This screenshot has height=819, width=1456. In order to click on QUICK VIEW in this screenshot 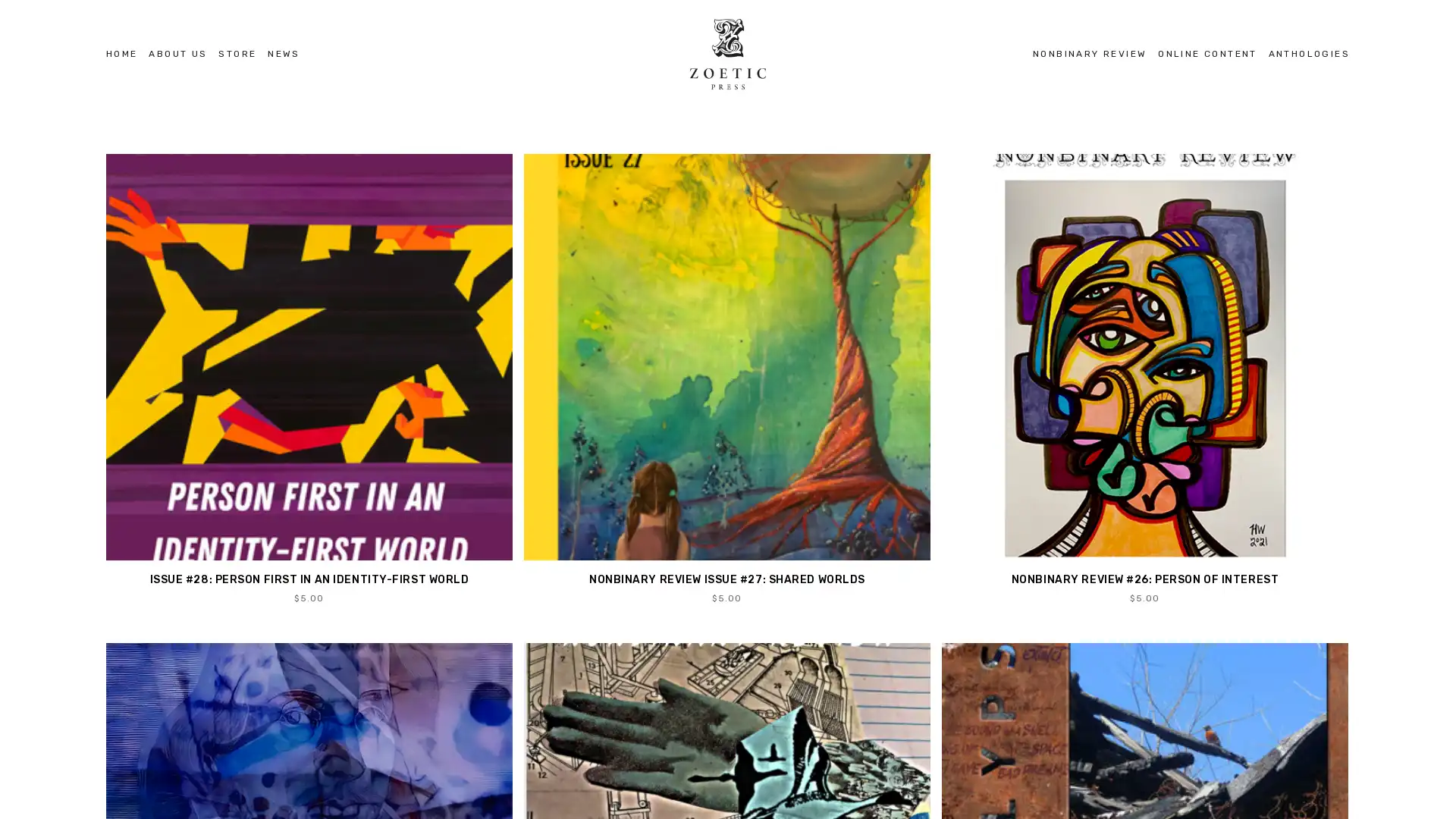, I will do `click(726, 378)`.